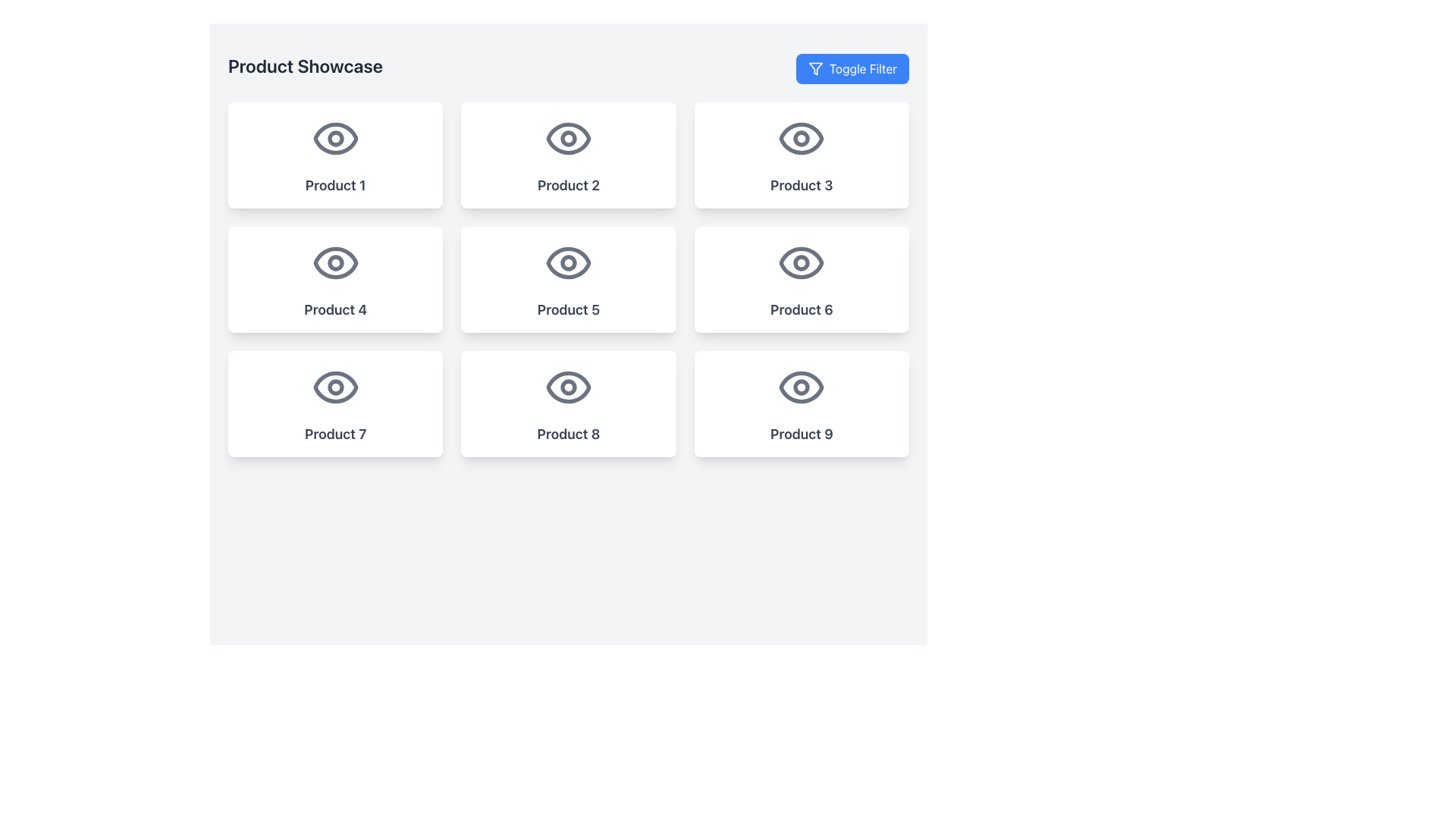 Image resolution: width=1456 pixels, height=819 pixels. Describe the element at coordinates (567, 262) in the screenshot. I see `the eye icon located in the middle grid item of the second row, directly above the text 'Product 5'` at that location.